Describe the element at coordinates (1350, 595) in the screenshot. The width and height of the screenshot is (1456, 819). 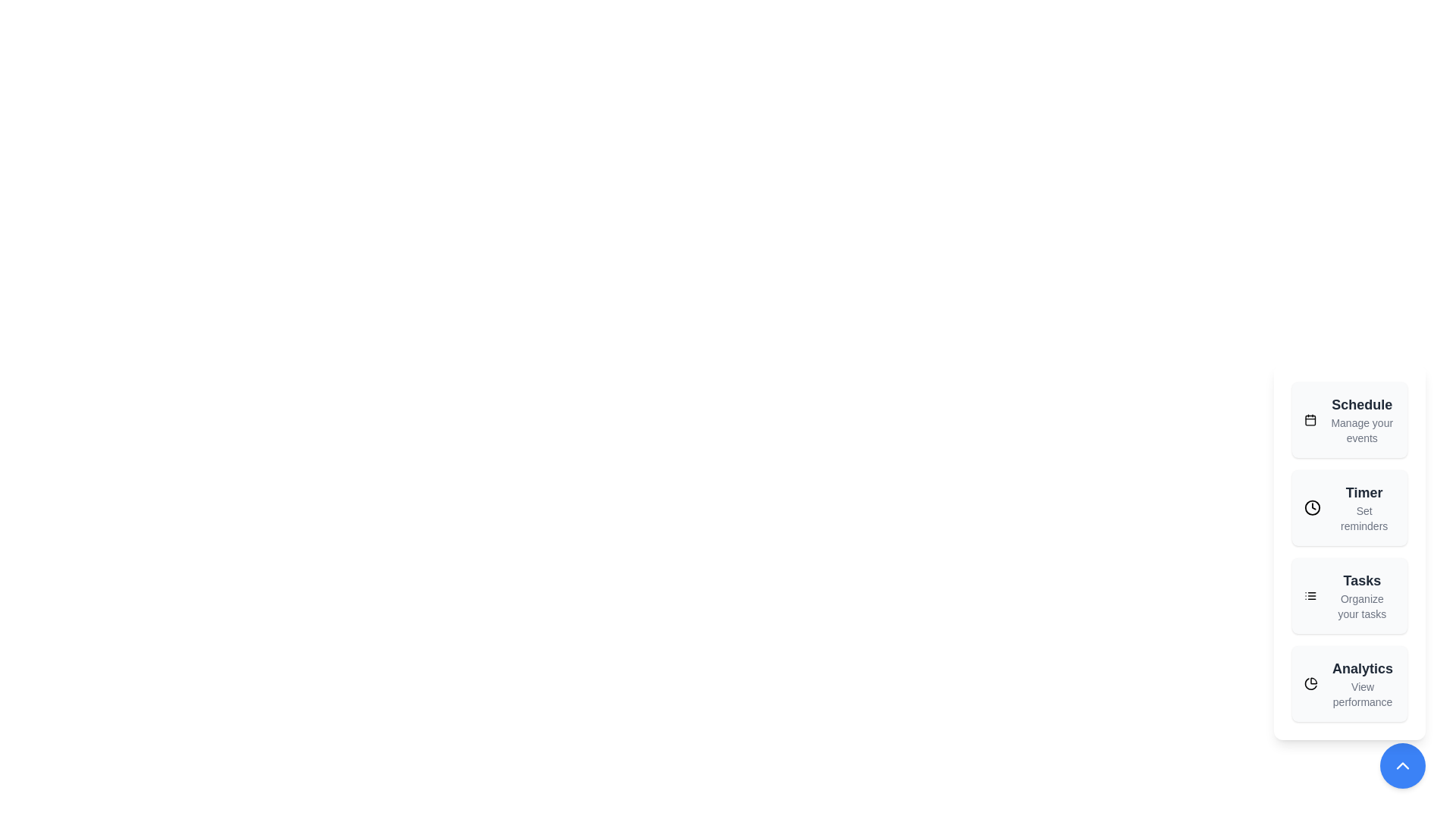
I see `the action item Tasks to preview its details` at that location.